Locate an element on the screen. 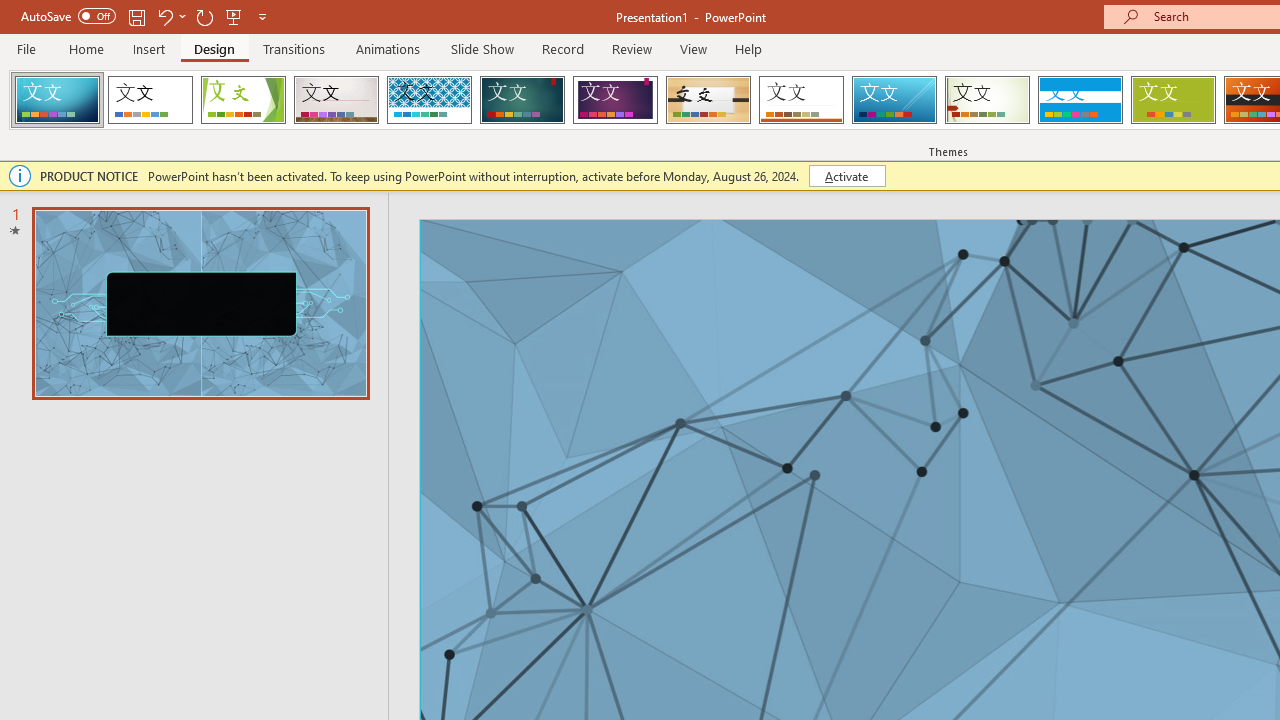  'Banded' is located at coordinates (1079, 100).